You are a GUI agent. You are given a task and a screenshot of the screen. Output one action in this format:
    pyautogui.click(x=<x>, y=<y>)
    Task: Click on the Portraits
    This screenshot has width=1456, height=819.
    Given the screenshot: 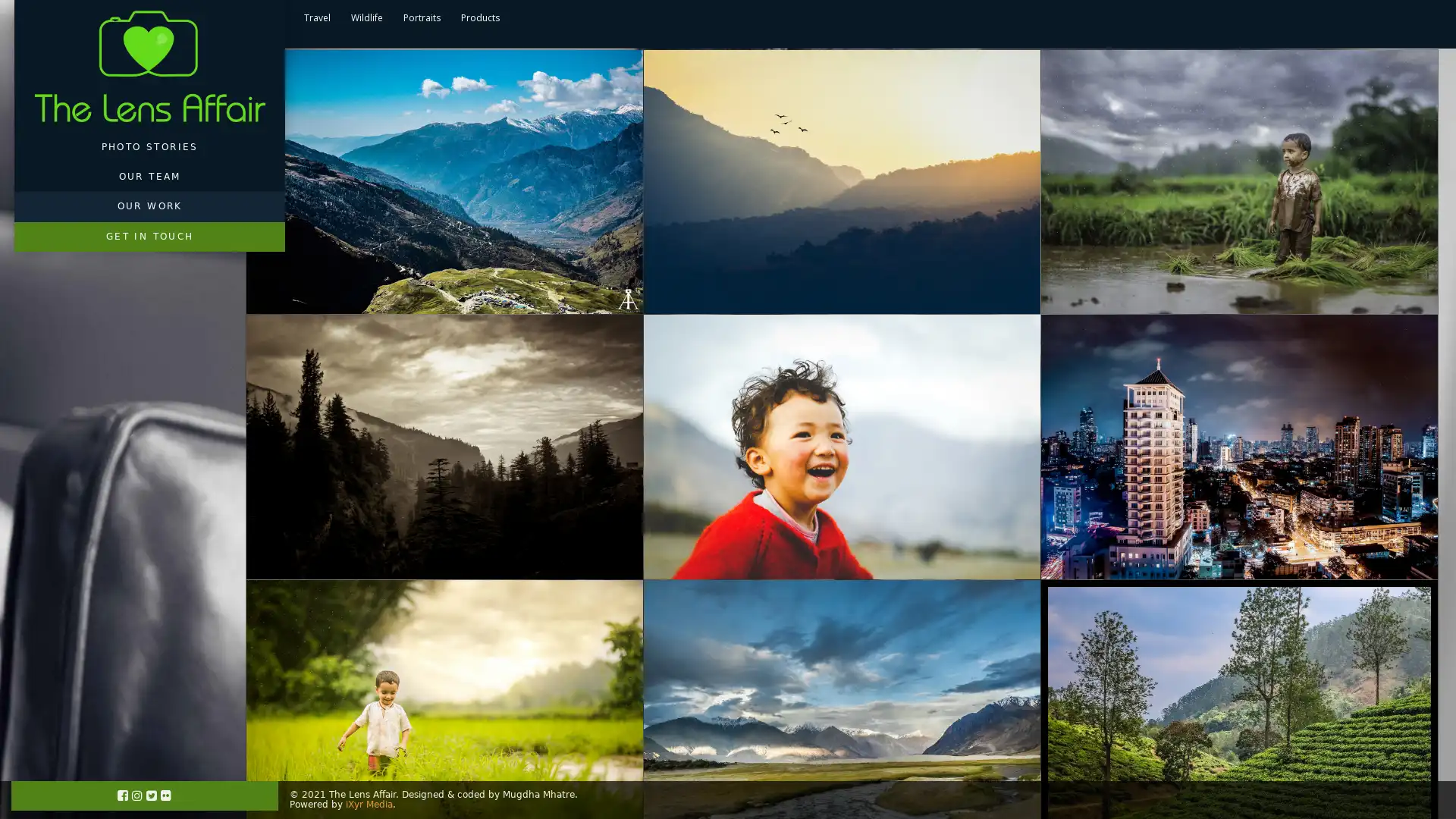 What is the action you would take?
    pyautogui.click(x=421, y=17)
    